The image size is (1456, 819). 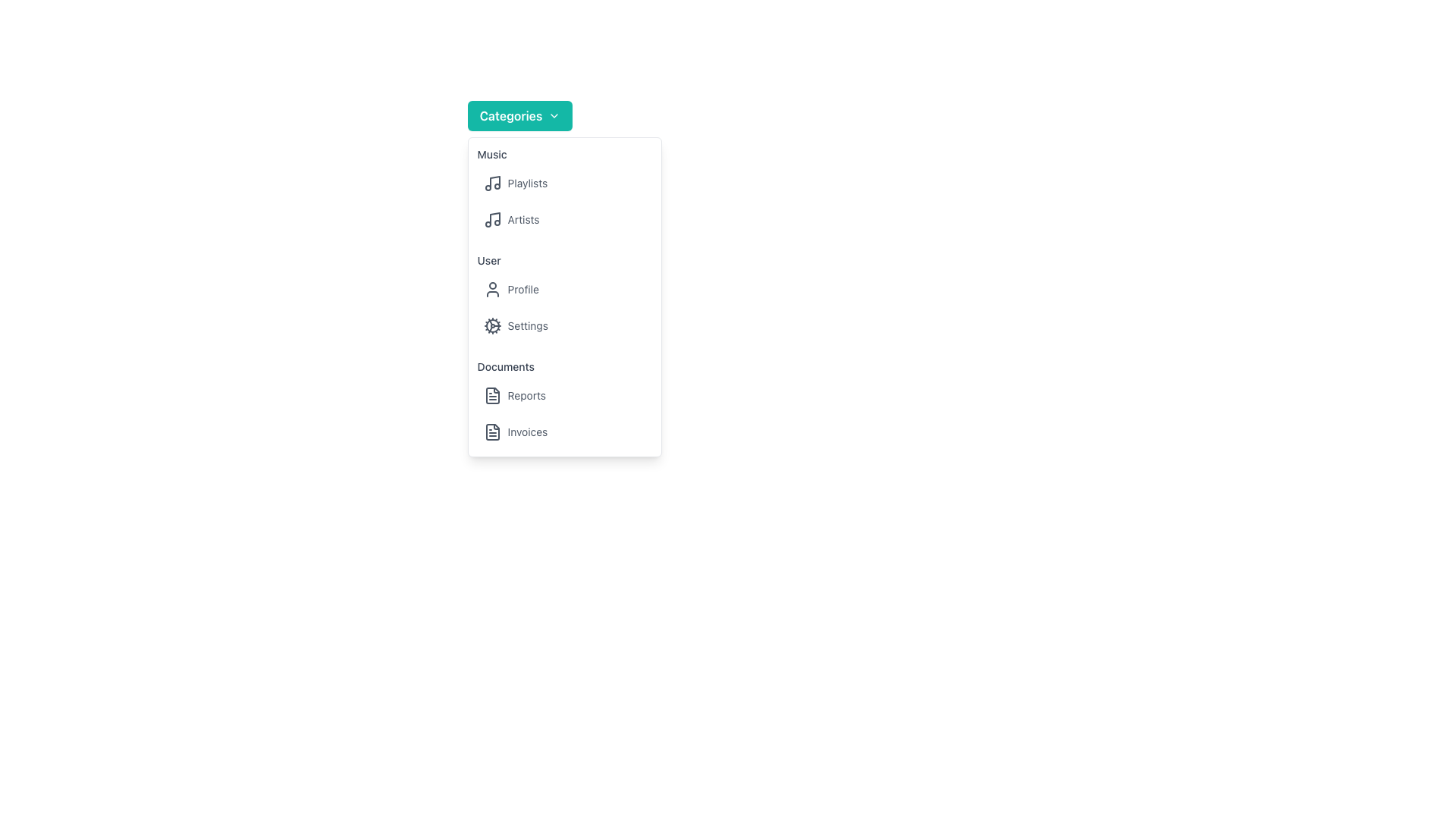 What do you see at coordinates (492, 394) in the screenshot?
I see `the decorative icon for the 'Reports' menu item located within the 'Documents' section of the dropdown menu` at bounding box center [492, 394].